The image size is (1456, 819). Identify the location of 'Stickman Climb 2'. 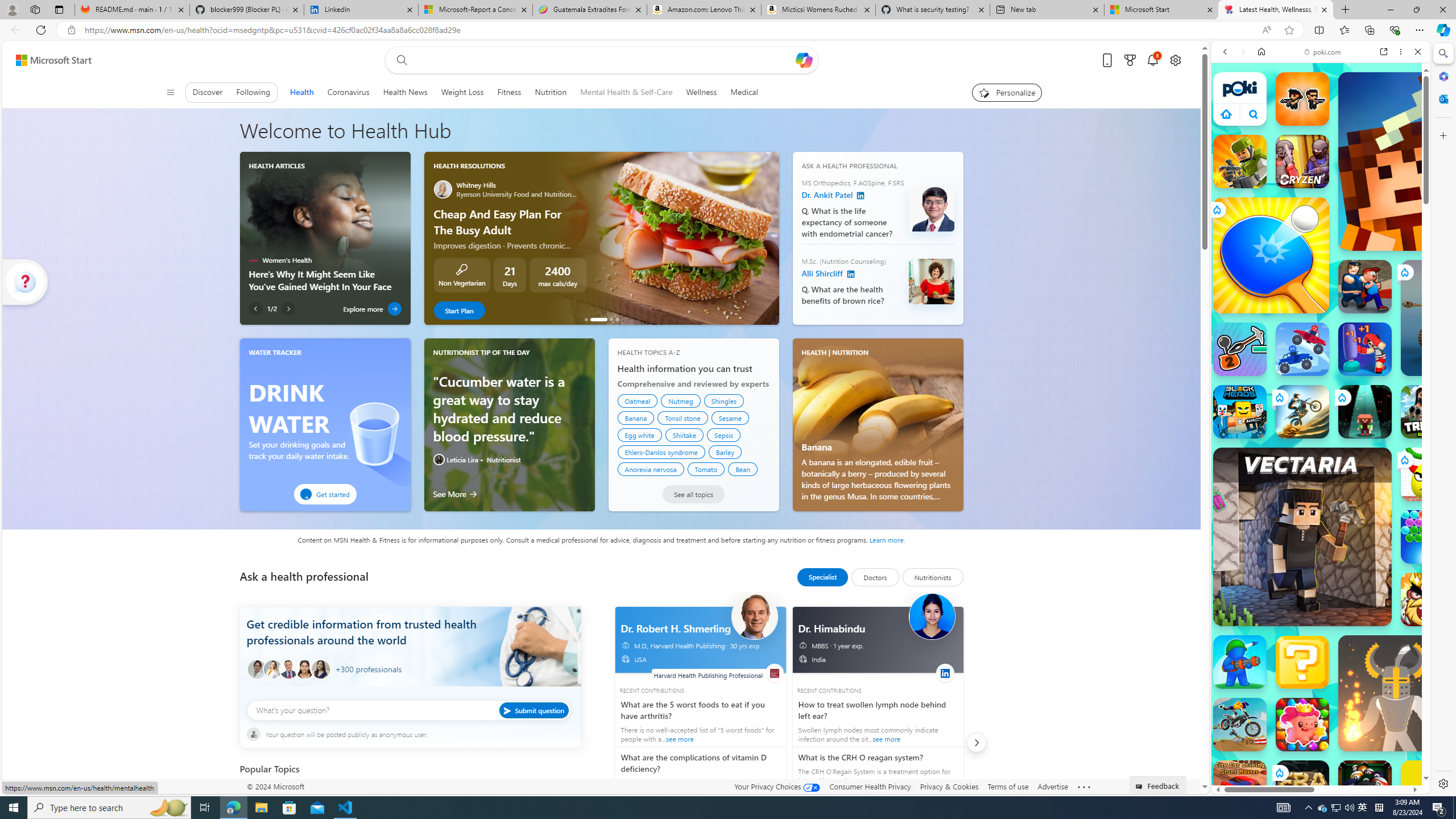
(1239, 349).